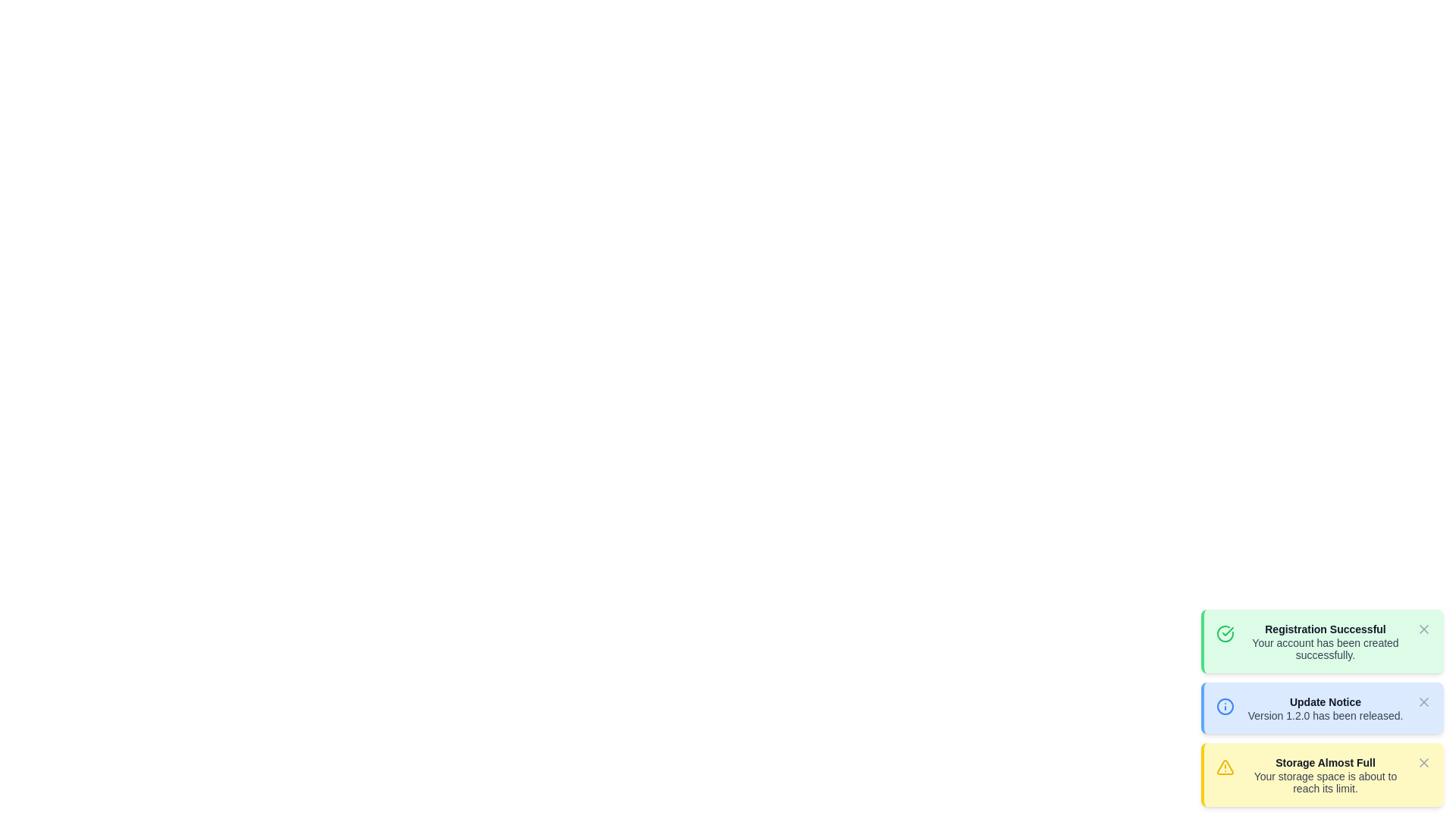 This screenshot has height=819, width=1456. Describe the element at coordinates (1423, 629) in the screenshot. I see `the dismiss icon button located in the top-right corner of the 'Registration Successful' green notification box to change its color` at that location.